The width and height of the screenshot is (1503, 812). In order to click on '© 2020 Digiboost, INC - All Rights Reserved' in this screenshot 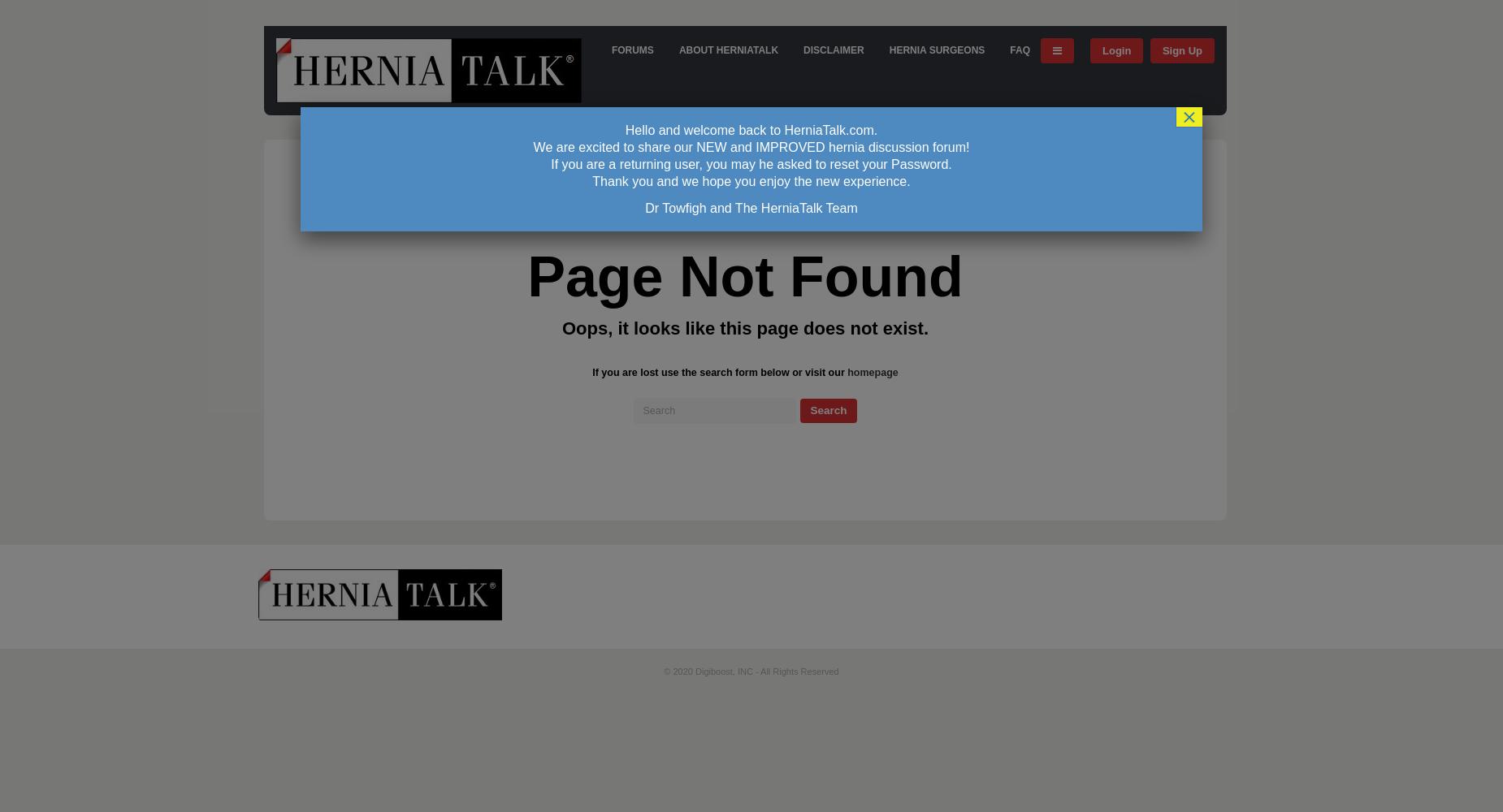, I will do `click(751, 671)`.